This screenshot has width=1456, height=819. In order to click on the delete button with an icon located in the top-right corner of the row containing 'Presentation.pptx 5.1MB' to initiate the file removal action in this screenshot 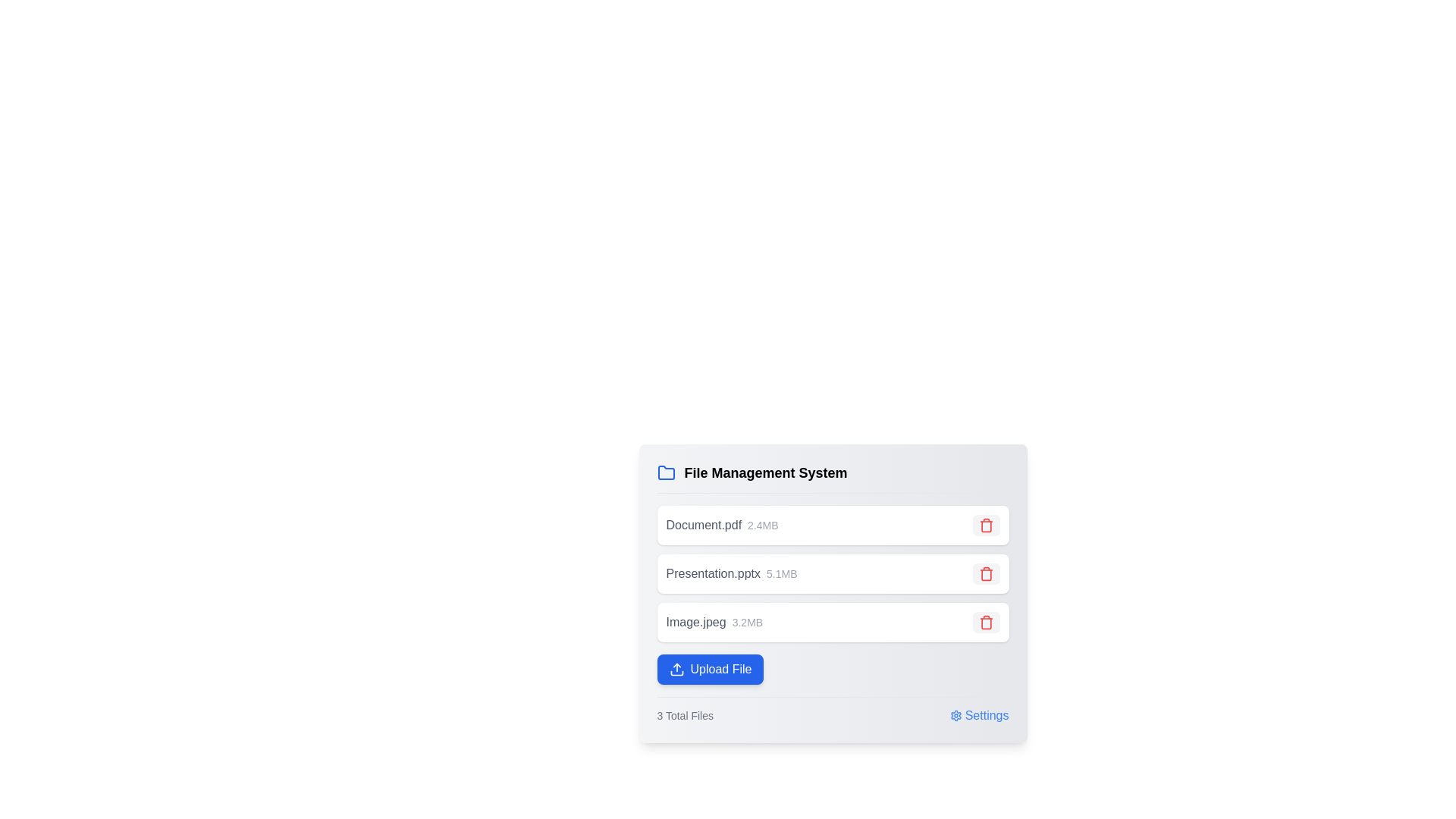, I will do `click(986, 573)`.